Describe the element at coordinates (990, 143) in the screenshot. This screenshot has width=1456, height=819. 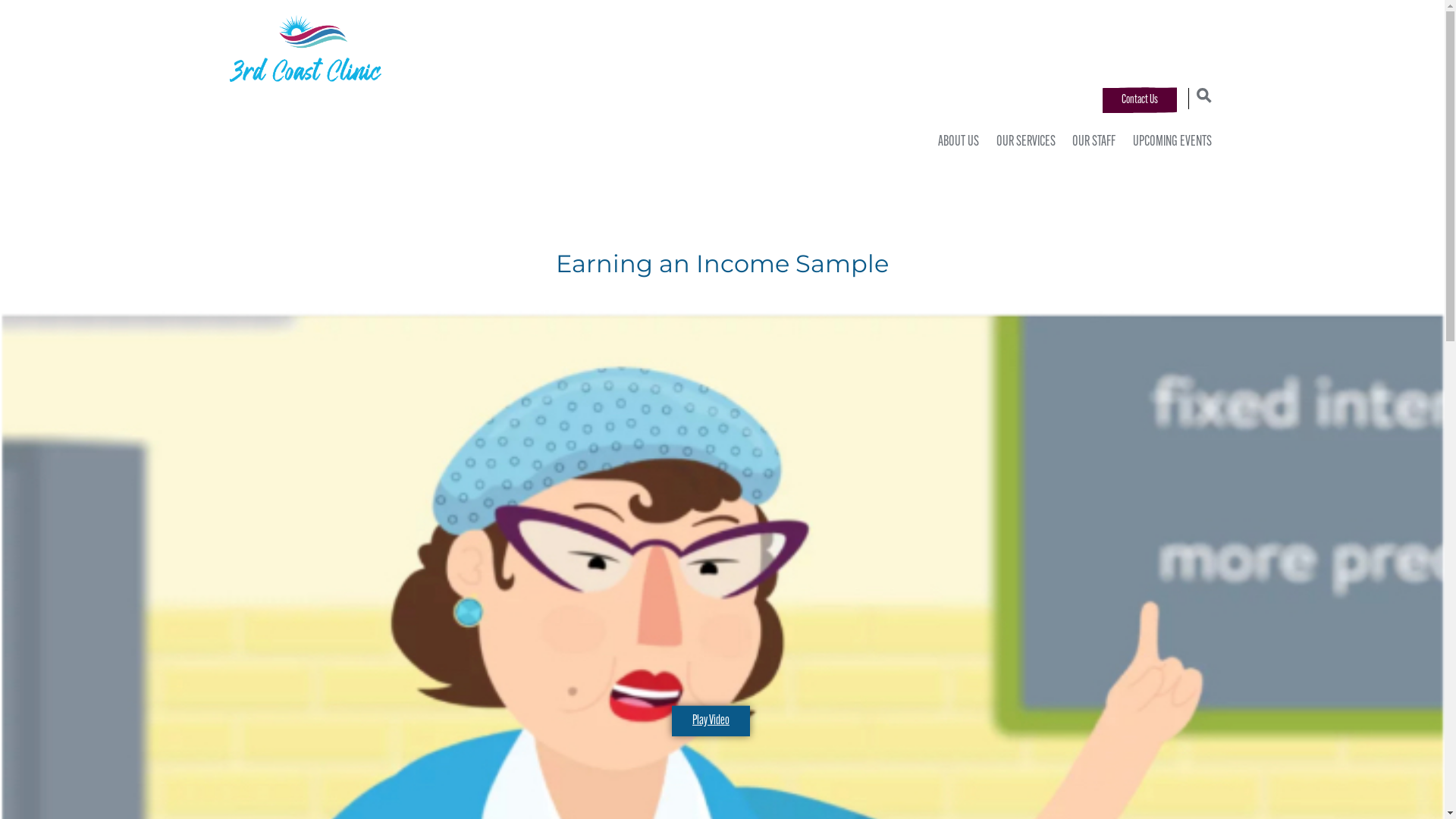
I see `'OUR SERVICES'` at that location.